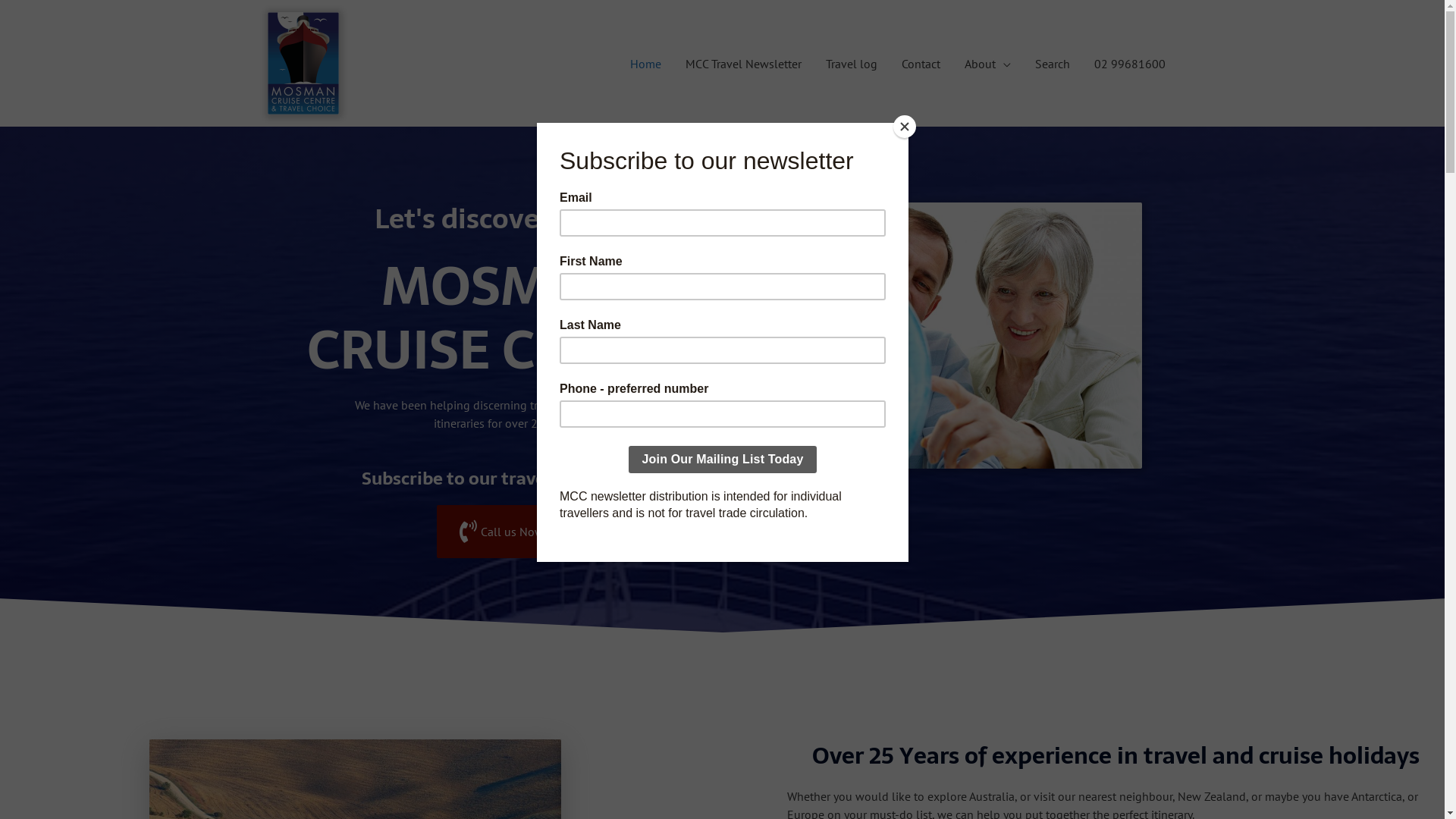 Image resolution: width=1456 pixels, height=819 pixels. What do you see at coordinates (1051, 62) in the screenshot?
I see `'Search'` at bounding box center [1051, 62].